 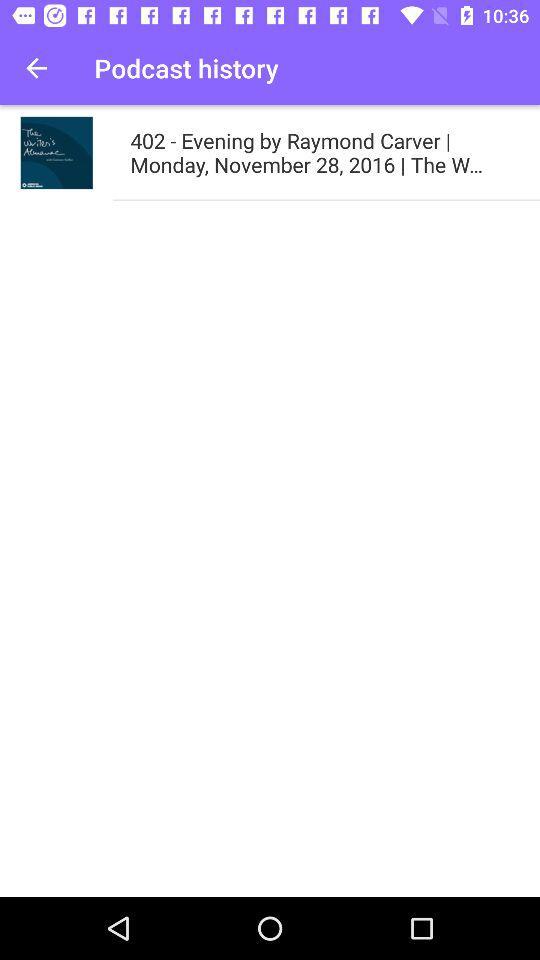 I want to click on item next to podcast history icon, so click(x=36, y=68).